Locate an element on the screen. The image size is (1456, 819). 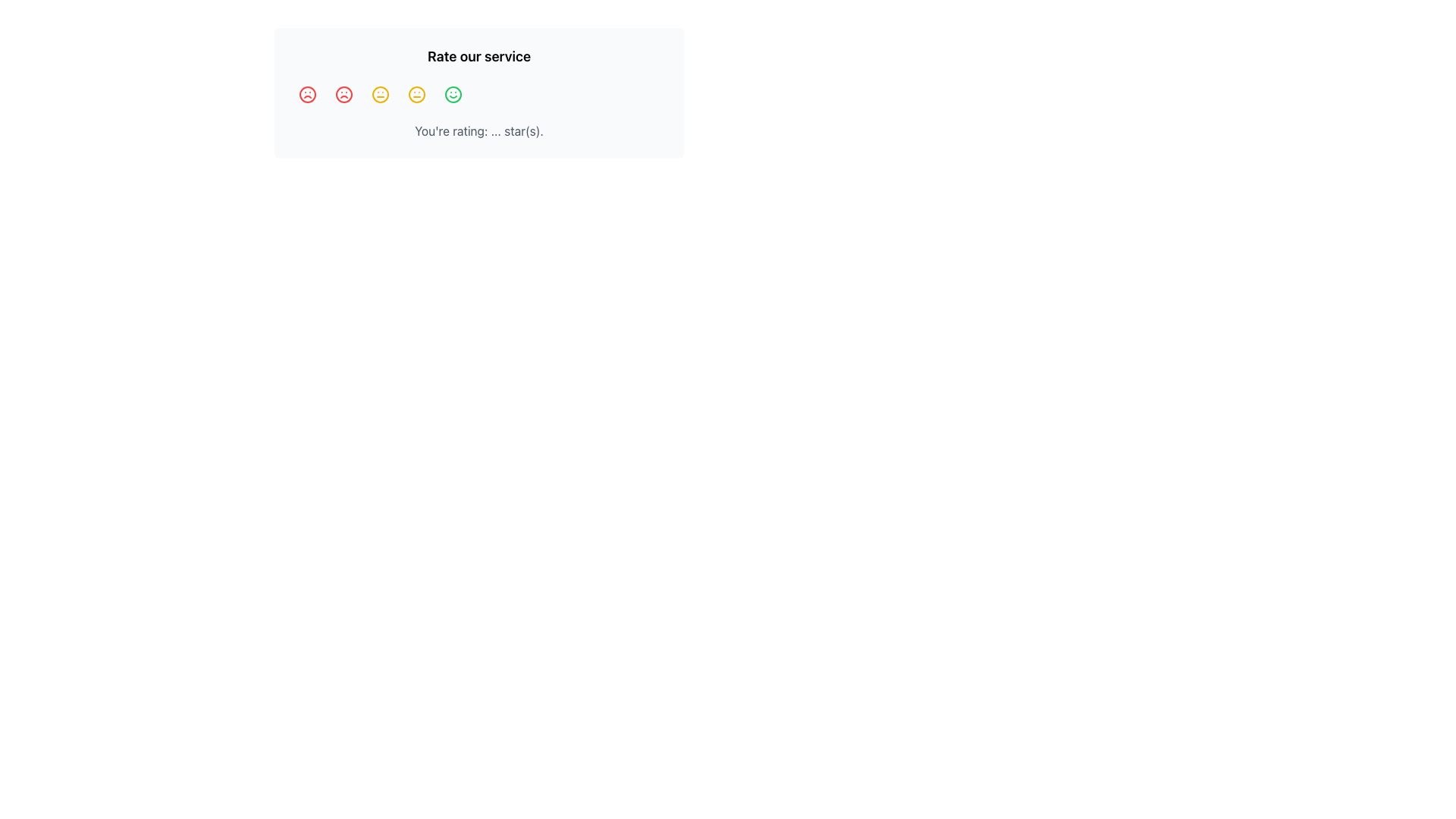
the last clickable circular icon with a green smiley face symbol, which is part of a horizontal row of rating icons is located at coordinates (453, 94).